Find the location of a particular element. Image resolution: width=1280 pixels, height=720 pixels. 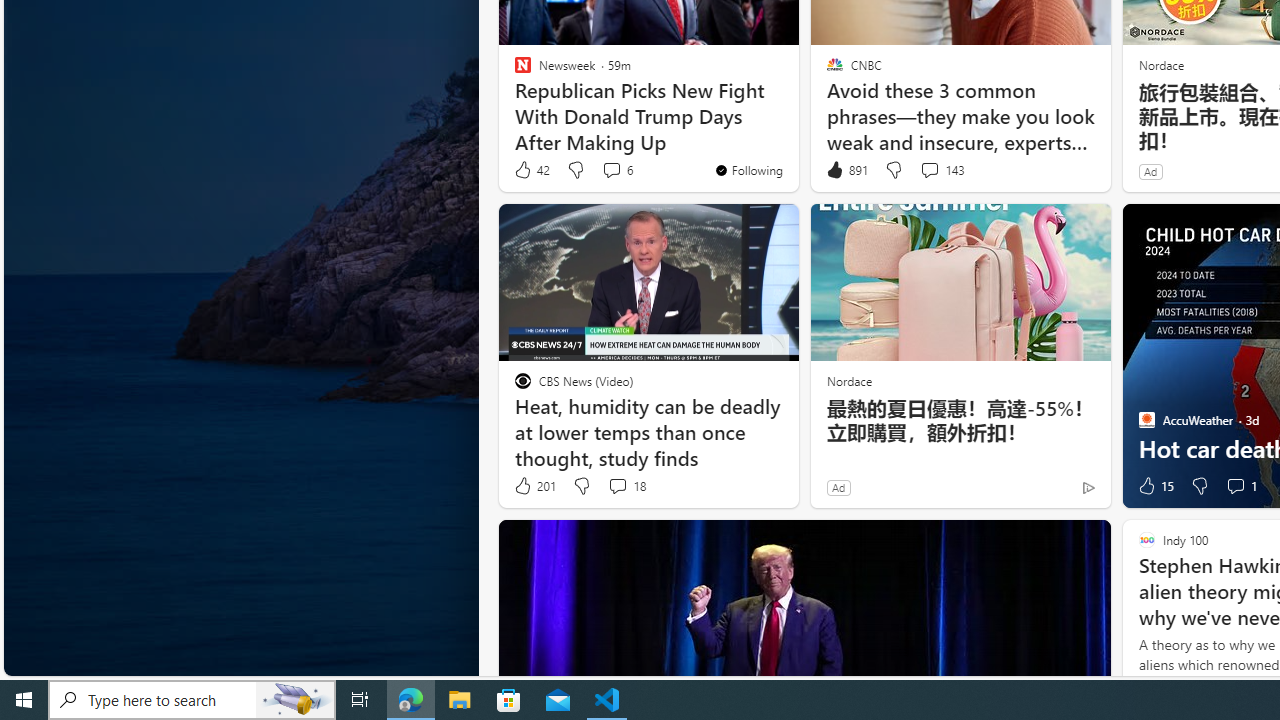

'View comments 143 Comment' is located at coordinates (928, 168).